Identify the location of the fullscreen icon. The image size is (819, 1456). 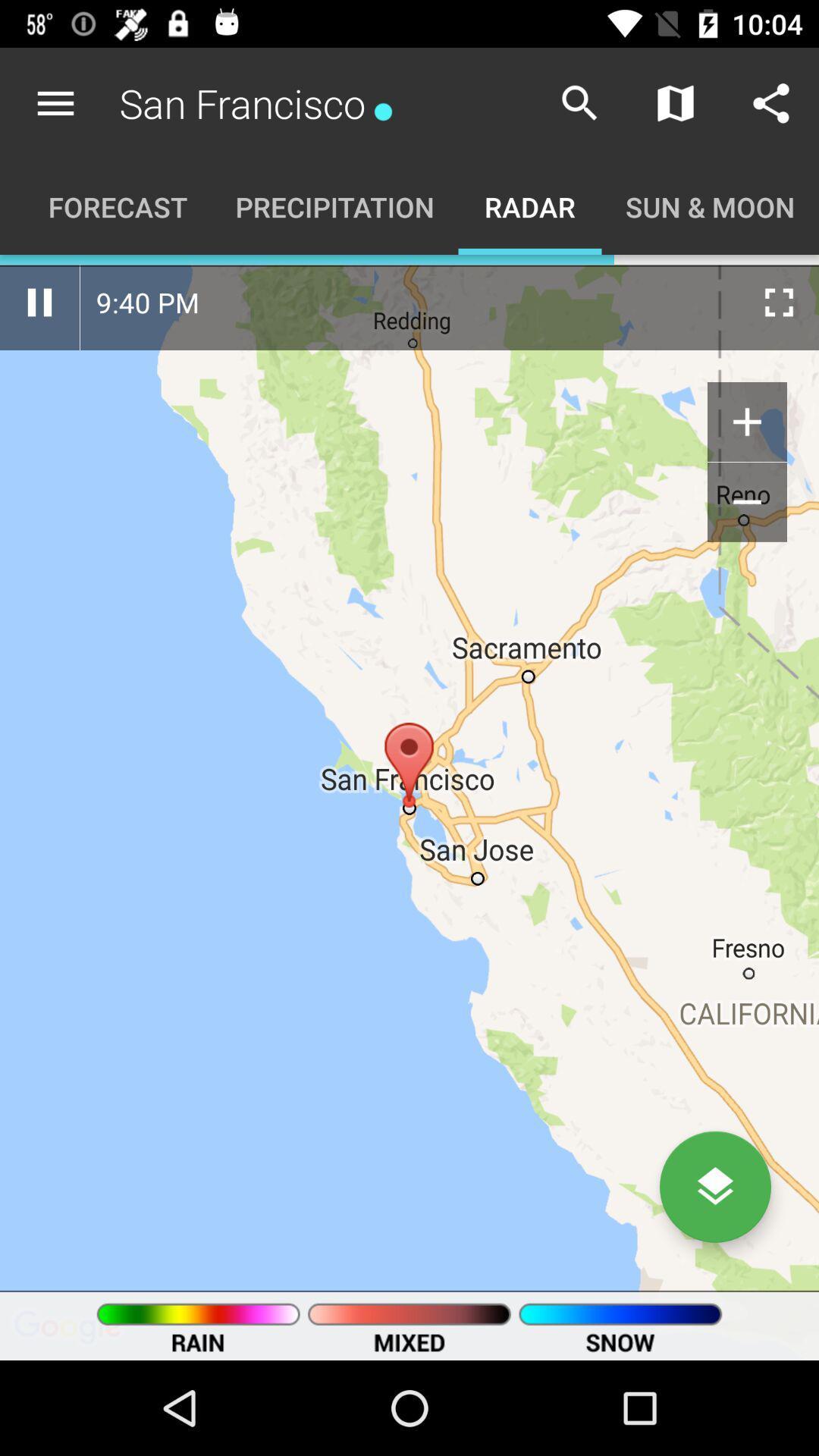
(779, 302).